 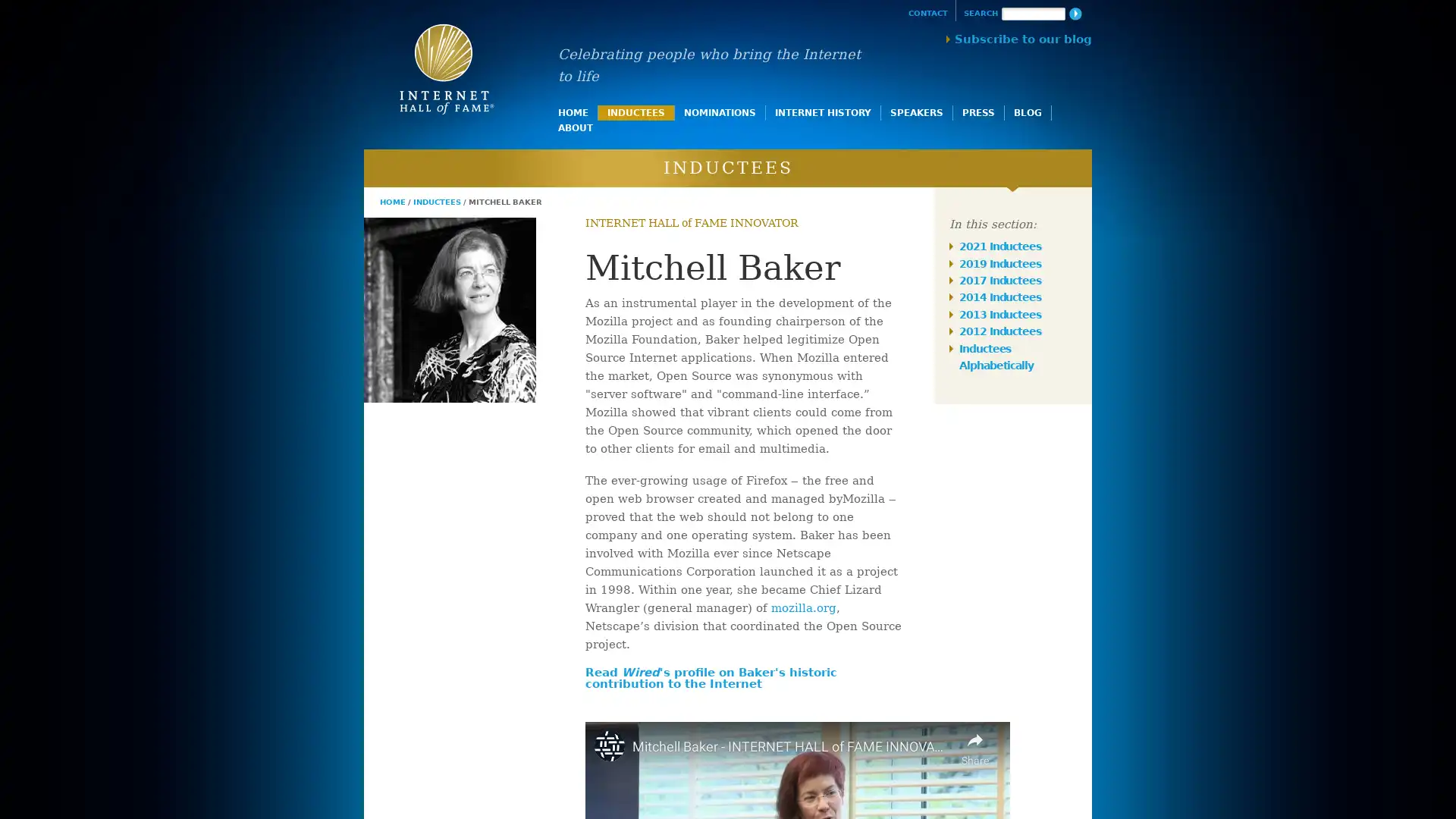 I want to click on Search, so click(x=1074, y=14).